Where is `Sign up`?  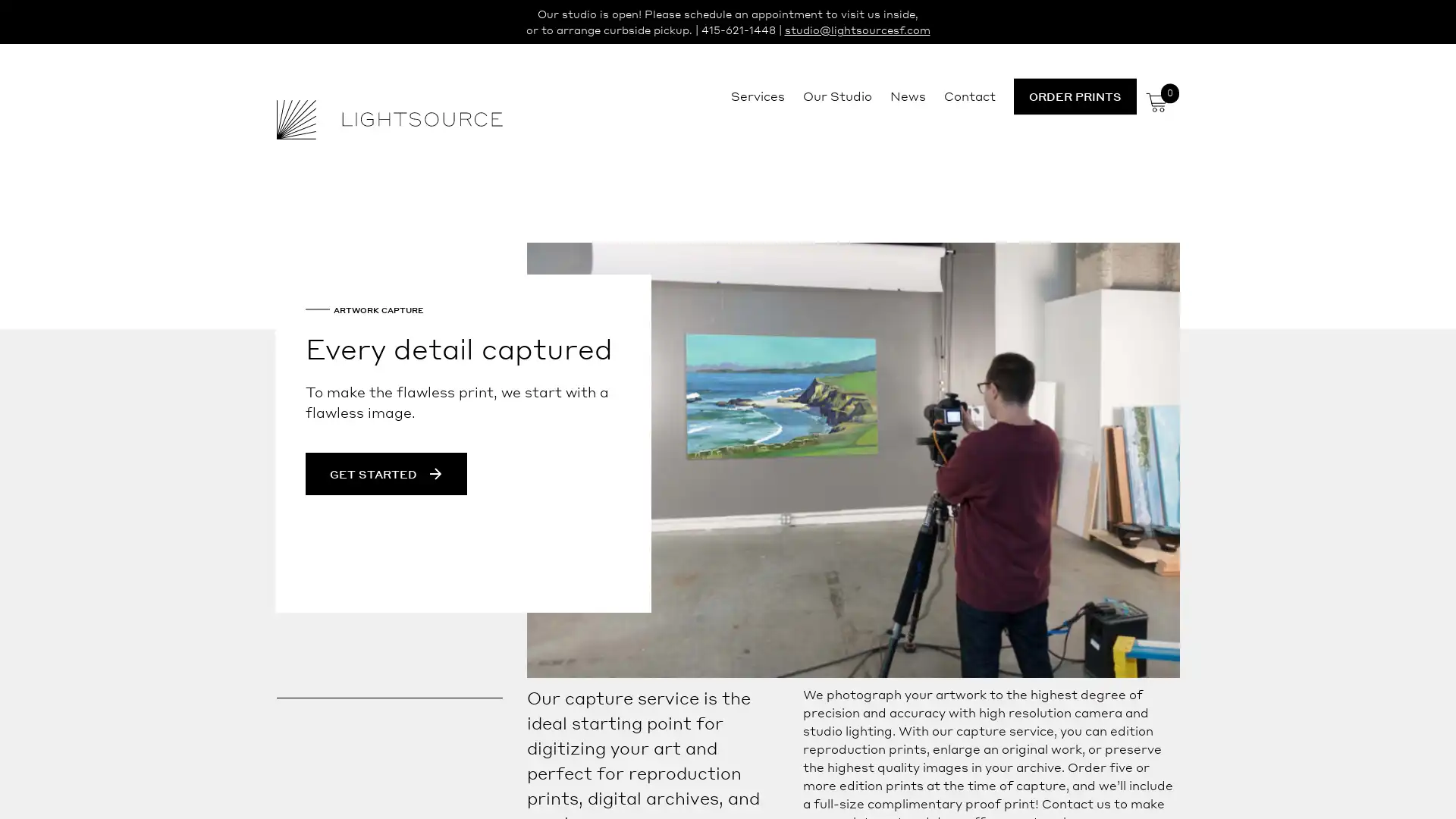
Sign up is located at coordinates (870, 528).